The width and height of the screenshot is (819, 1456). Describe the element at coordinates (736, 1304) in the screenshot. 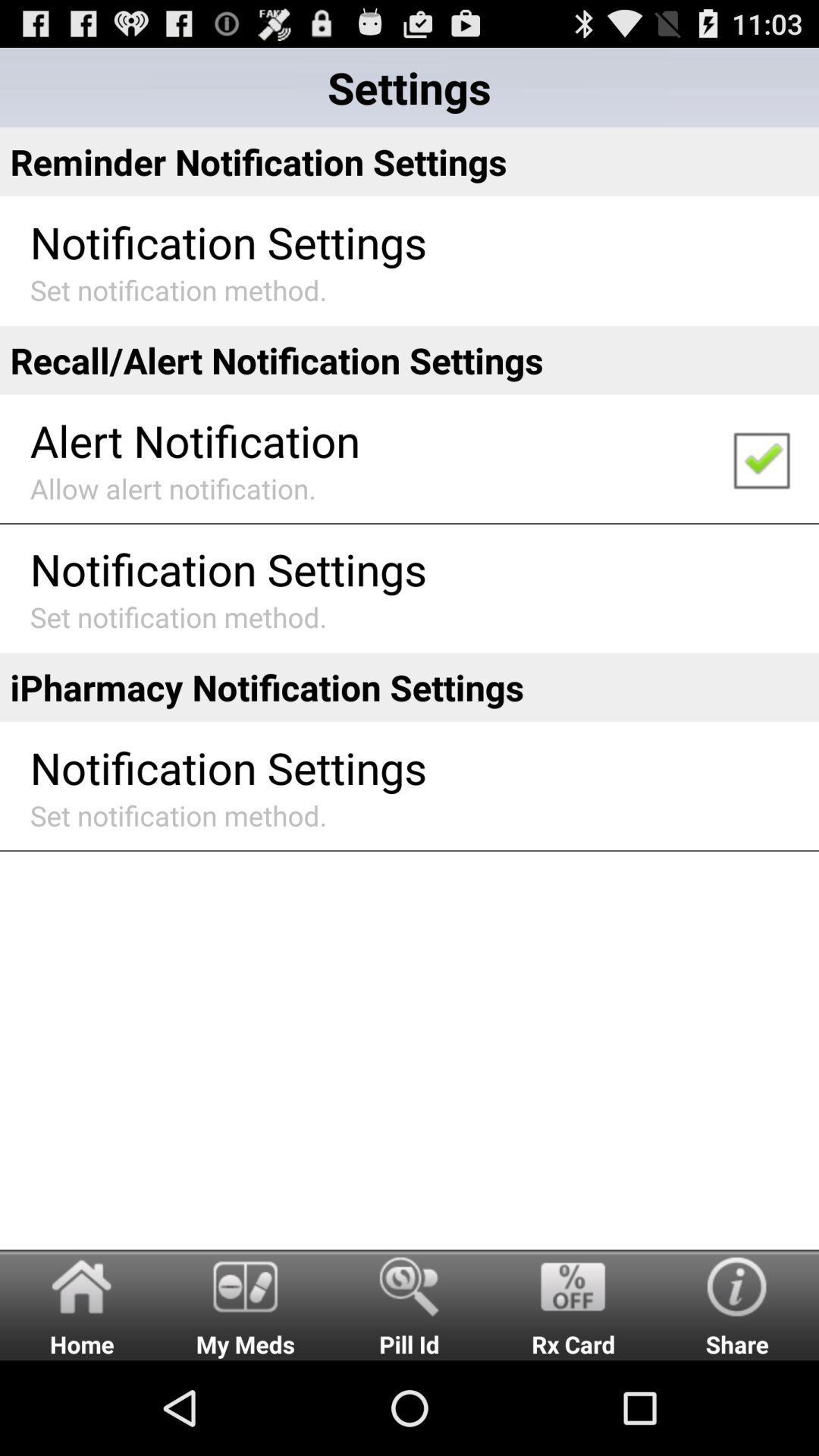

I see `share item` at that location.